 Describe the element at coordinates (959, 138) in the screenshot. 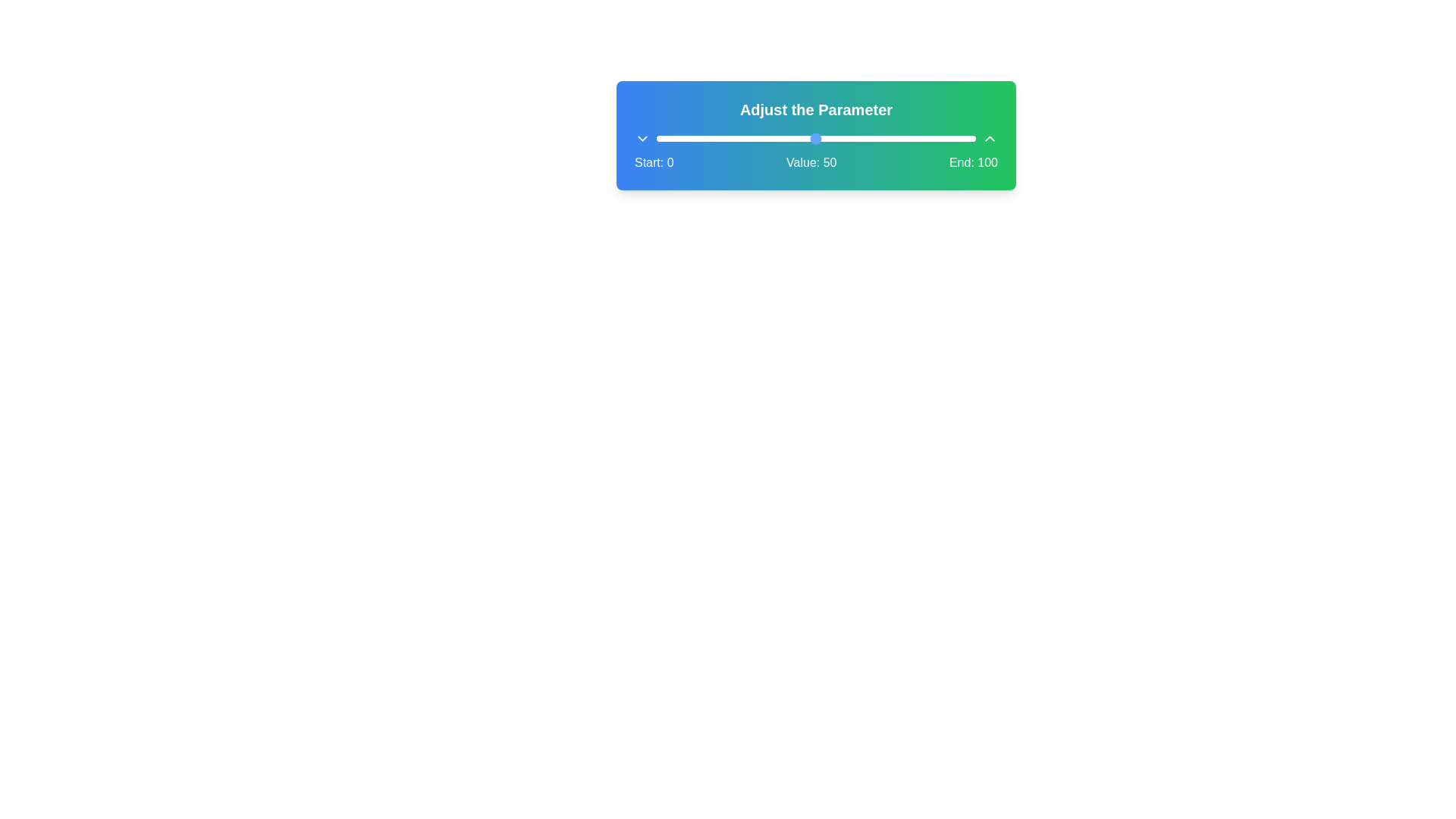

I see `the slider value` at that location.